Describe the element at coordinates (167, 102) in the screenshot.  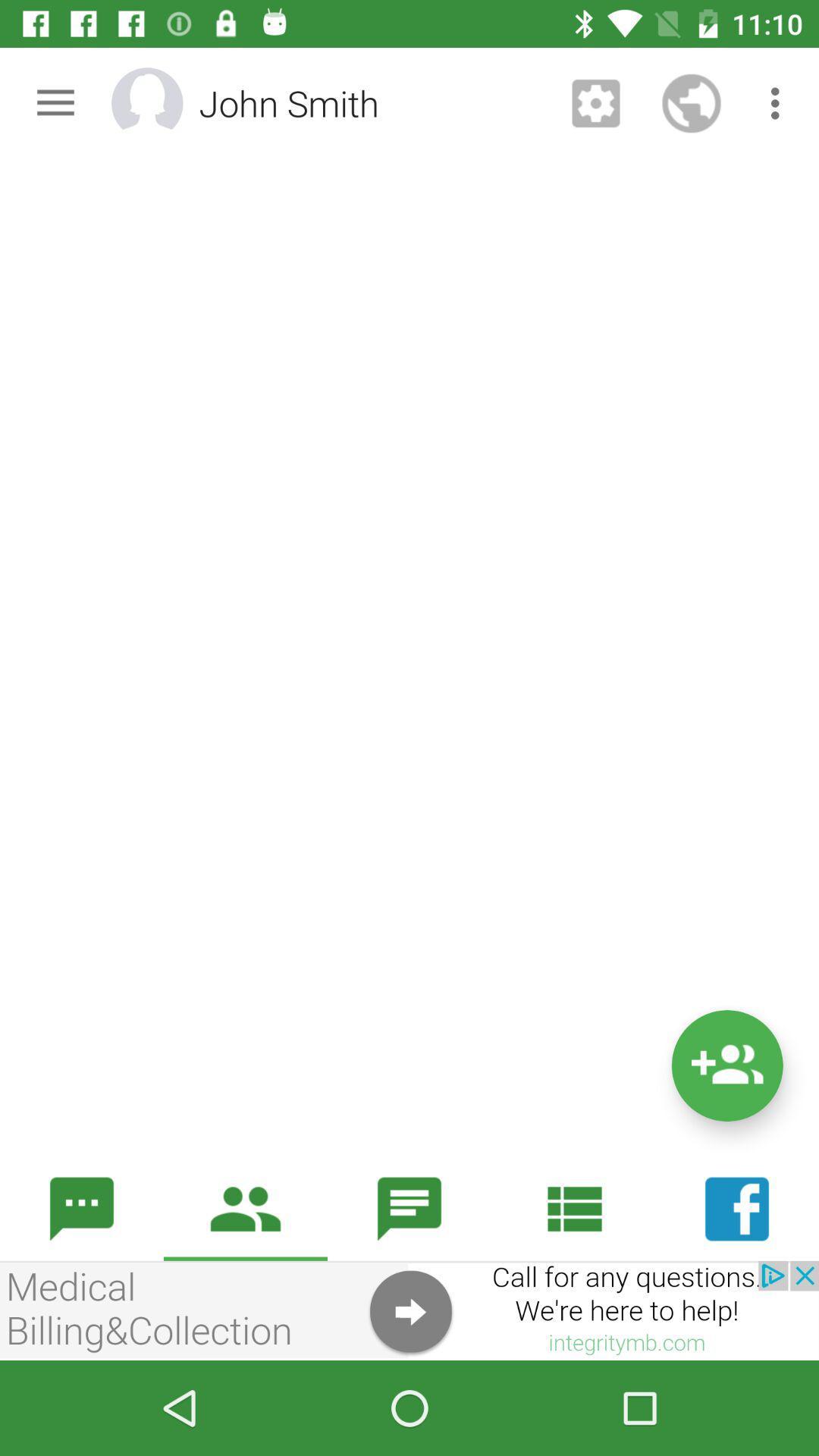
I see `if you click here it would open up john smith 's account` at that location.